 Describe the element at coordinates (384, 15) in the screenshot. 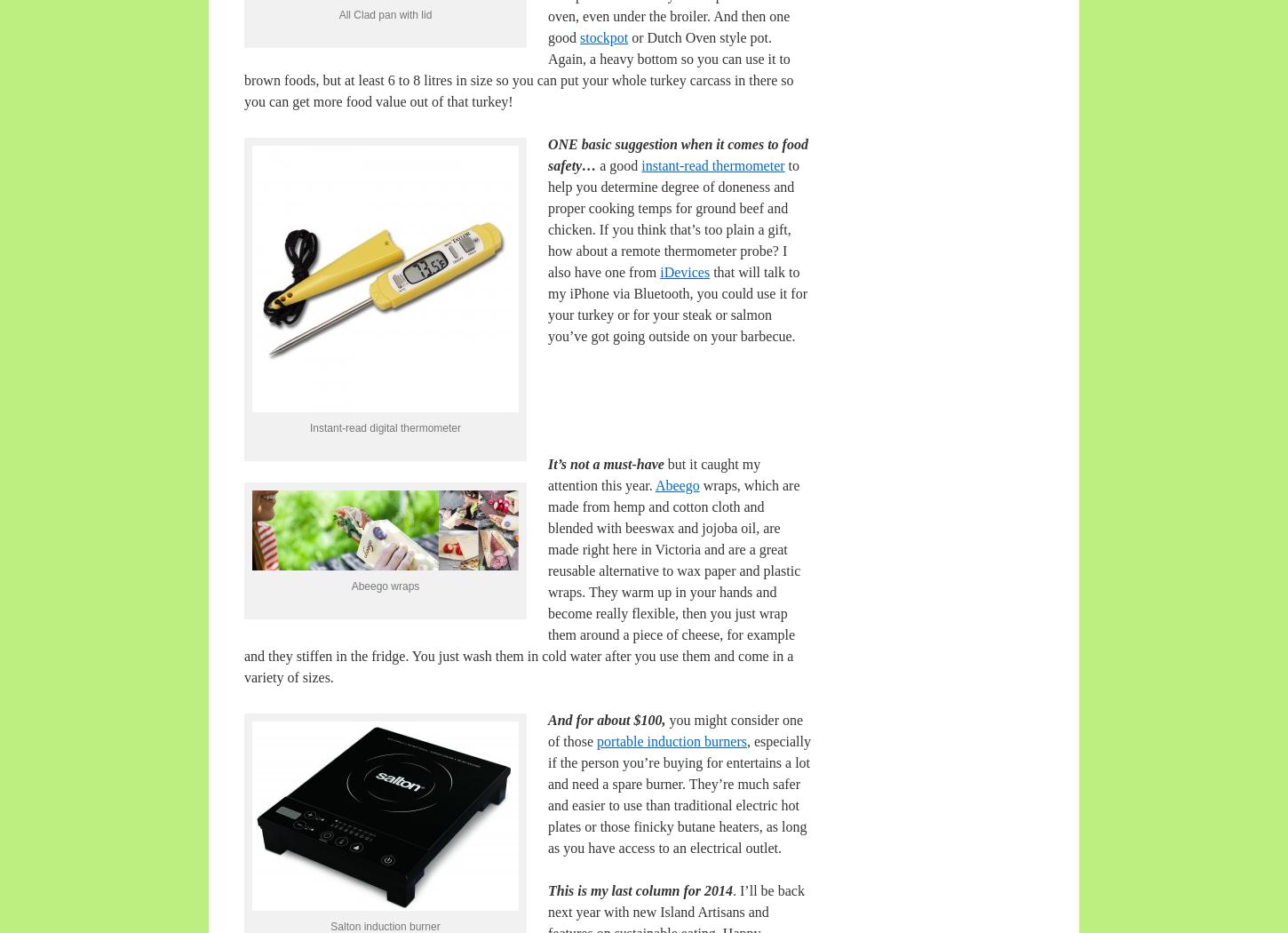

I see `'All Clad pan with lid'` at that location.